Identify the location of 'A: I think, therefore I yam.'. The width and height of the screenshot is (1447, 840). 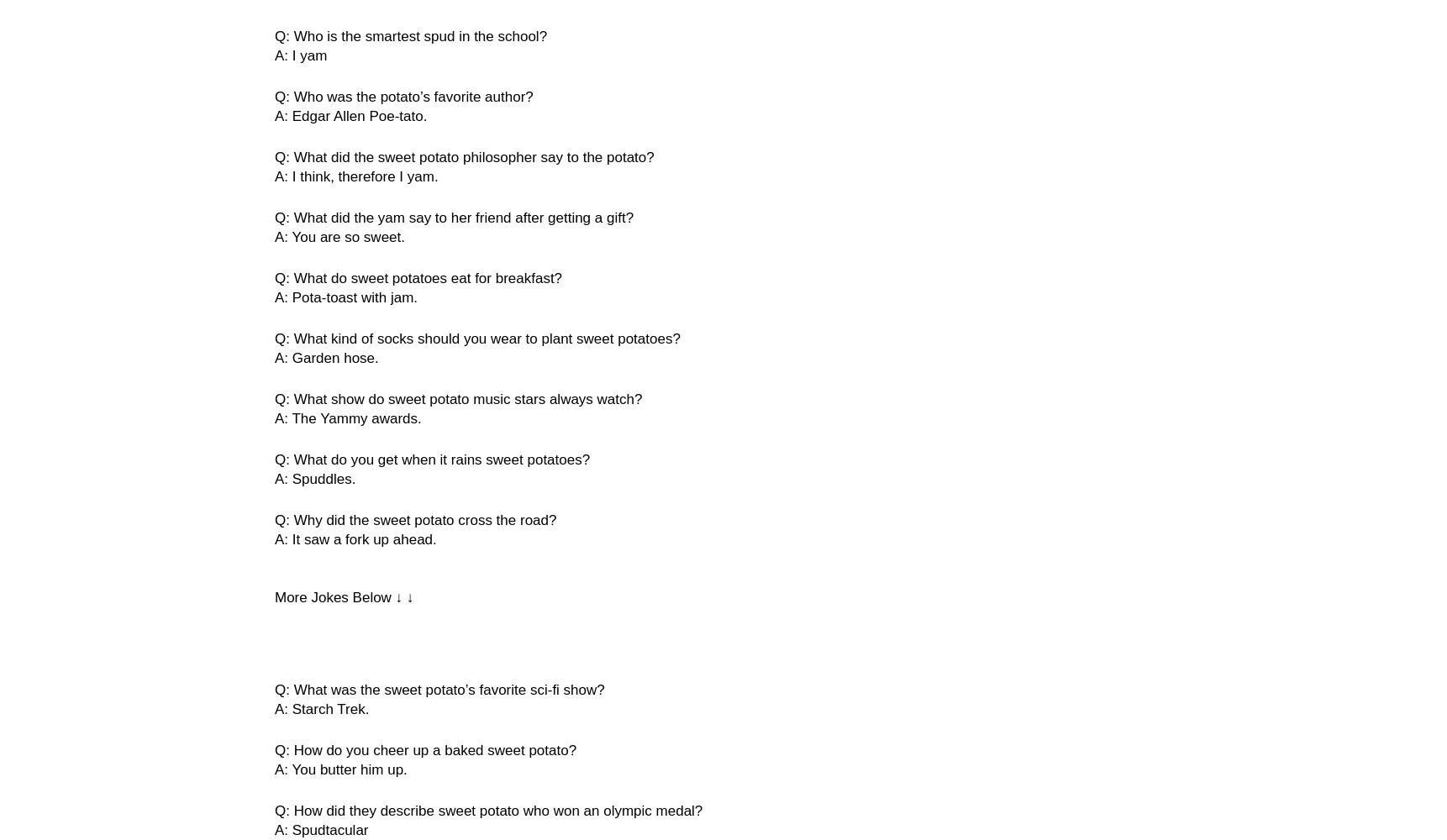
(355, 176).